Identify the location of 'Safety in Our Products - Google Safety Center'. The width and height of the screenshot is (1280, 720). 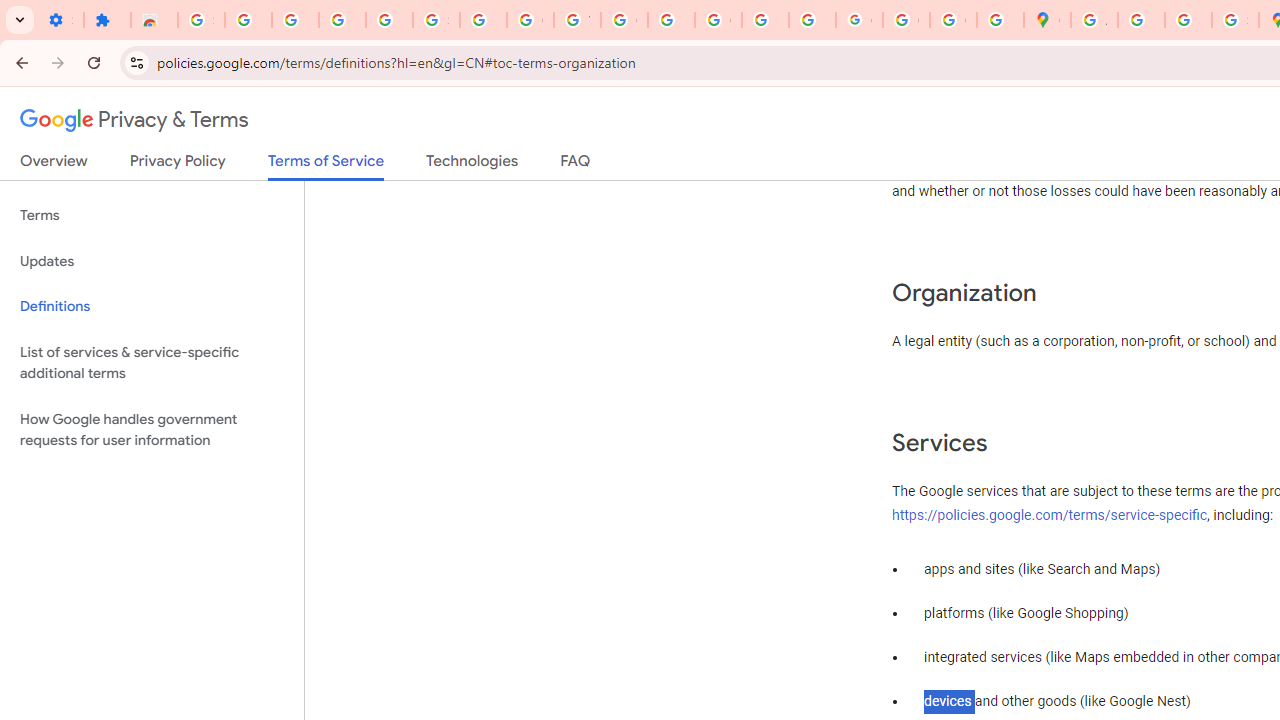
(1234, 20).